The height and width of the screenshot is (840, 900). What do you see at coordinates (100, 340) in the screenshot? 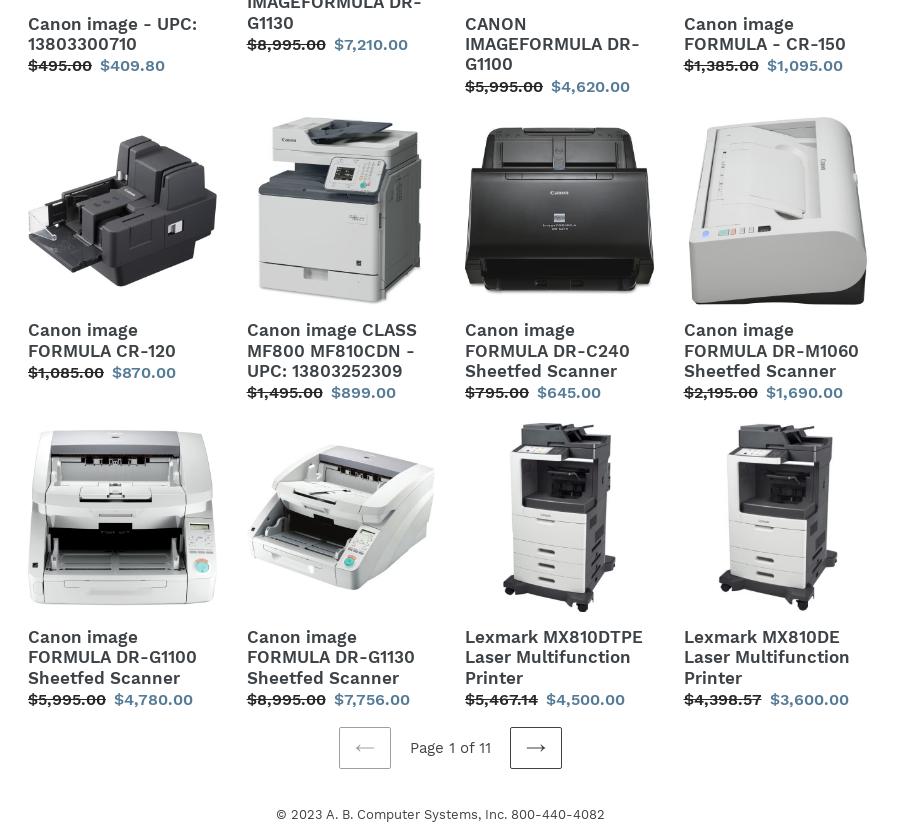
I see `'Canon image FORMULA CR-120'` at bounding box center [100, 340].